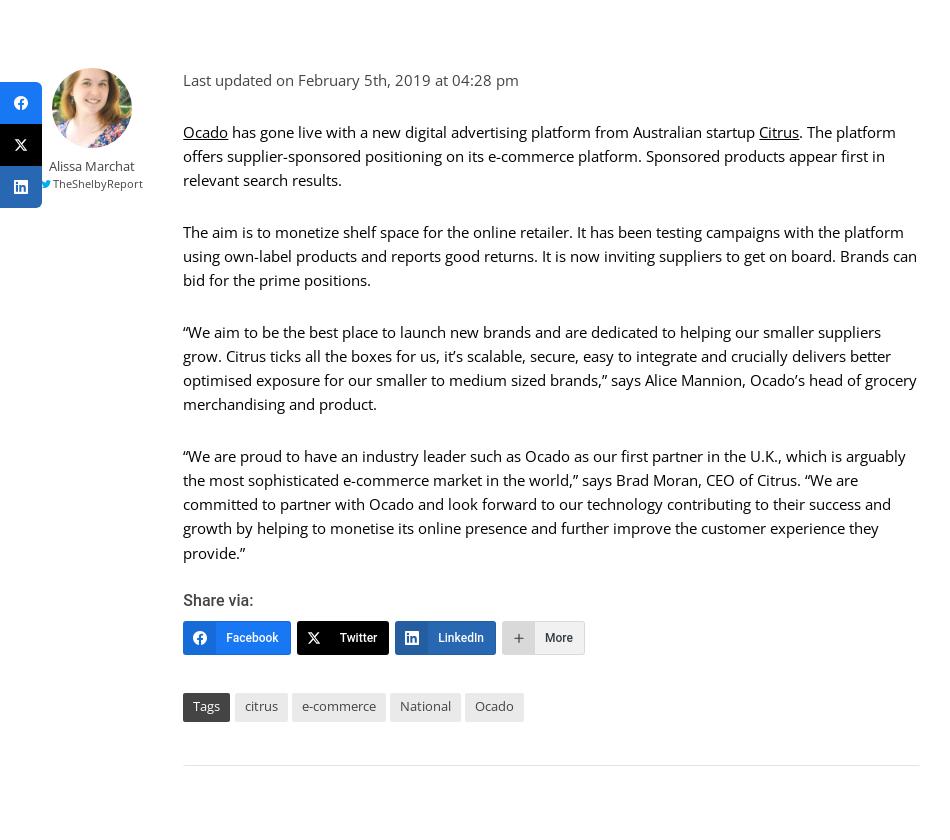  I want to click on 'Alissa Marchat', so click(91, 164).